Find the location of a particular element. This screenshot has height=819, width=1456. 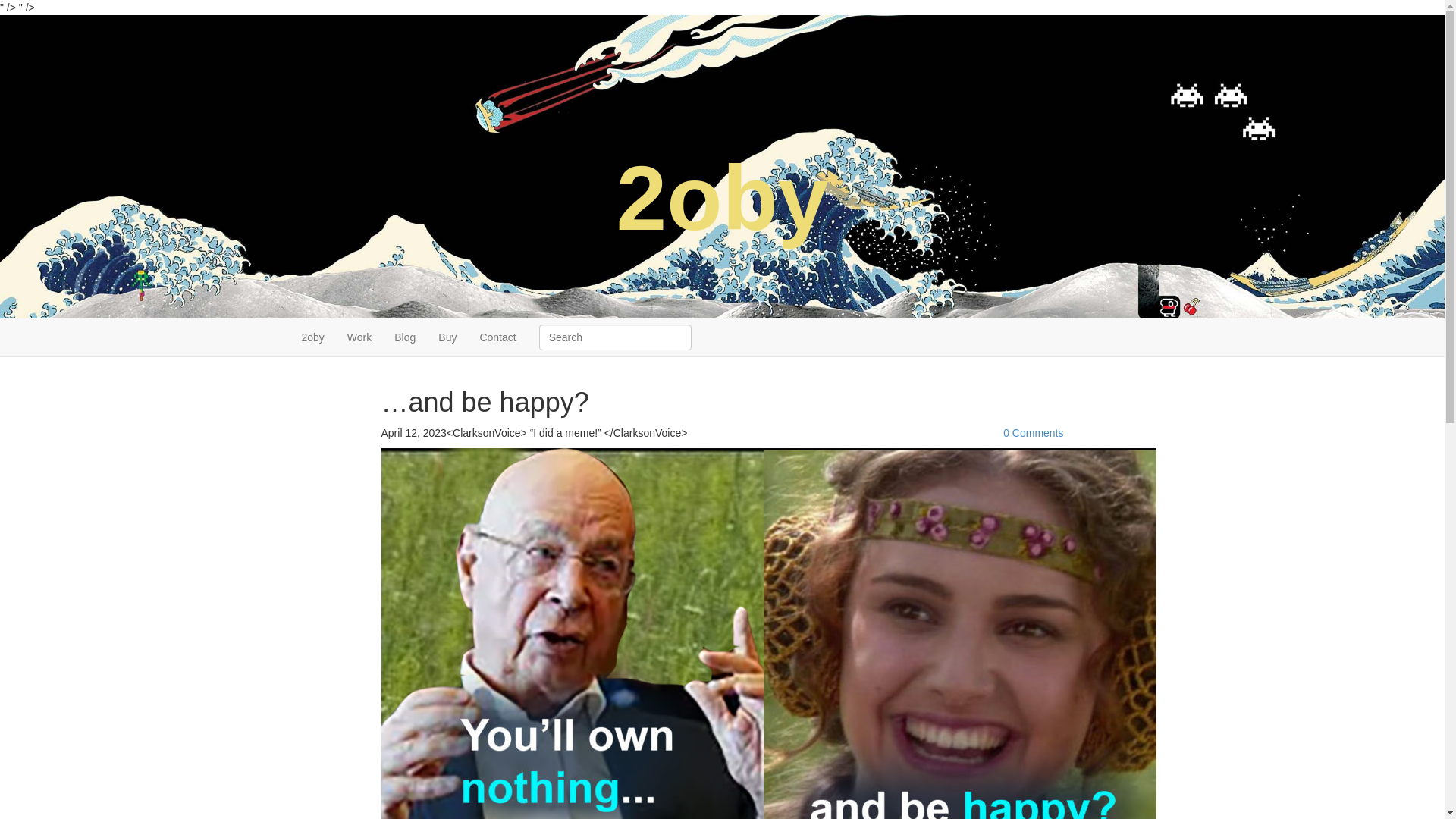

'2oby' is located at coordinates (312, 336).